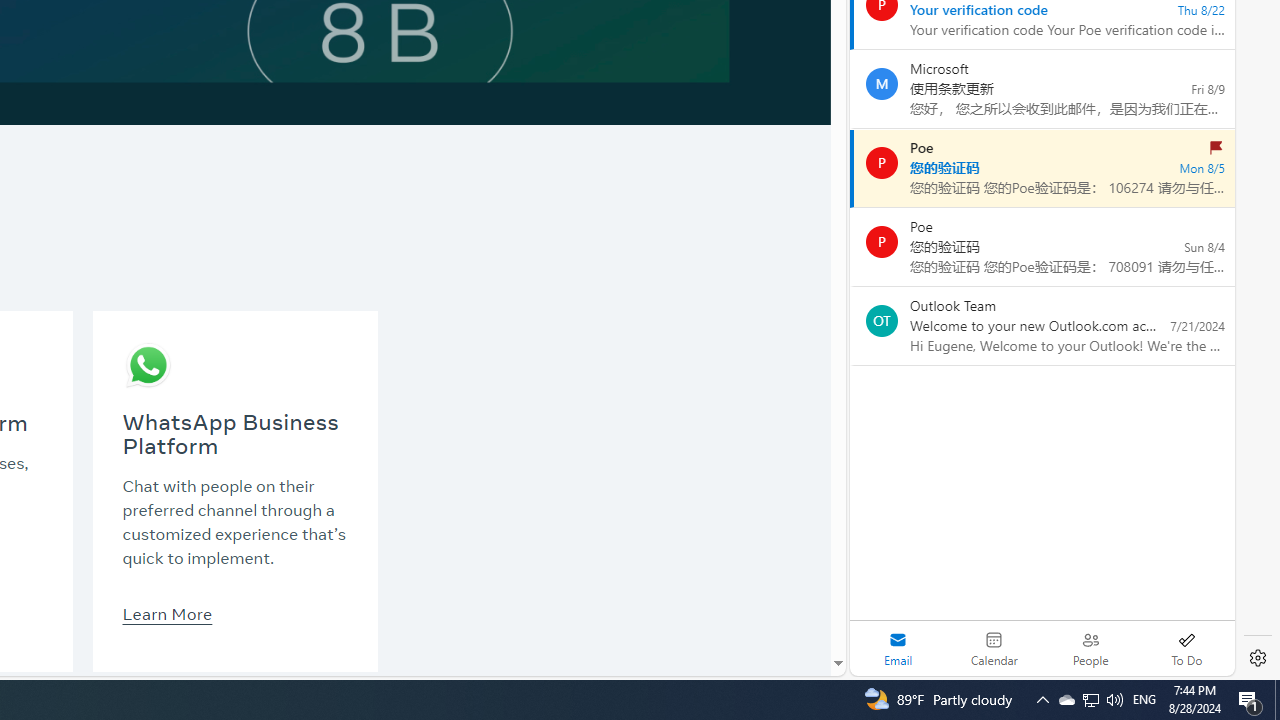 The height and width of the screenshot is (720, 1280). I want to click on 'Learn More', so click(167, 612).